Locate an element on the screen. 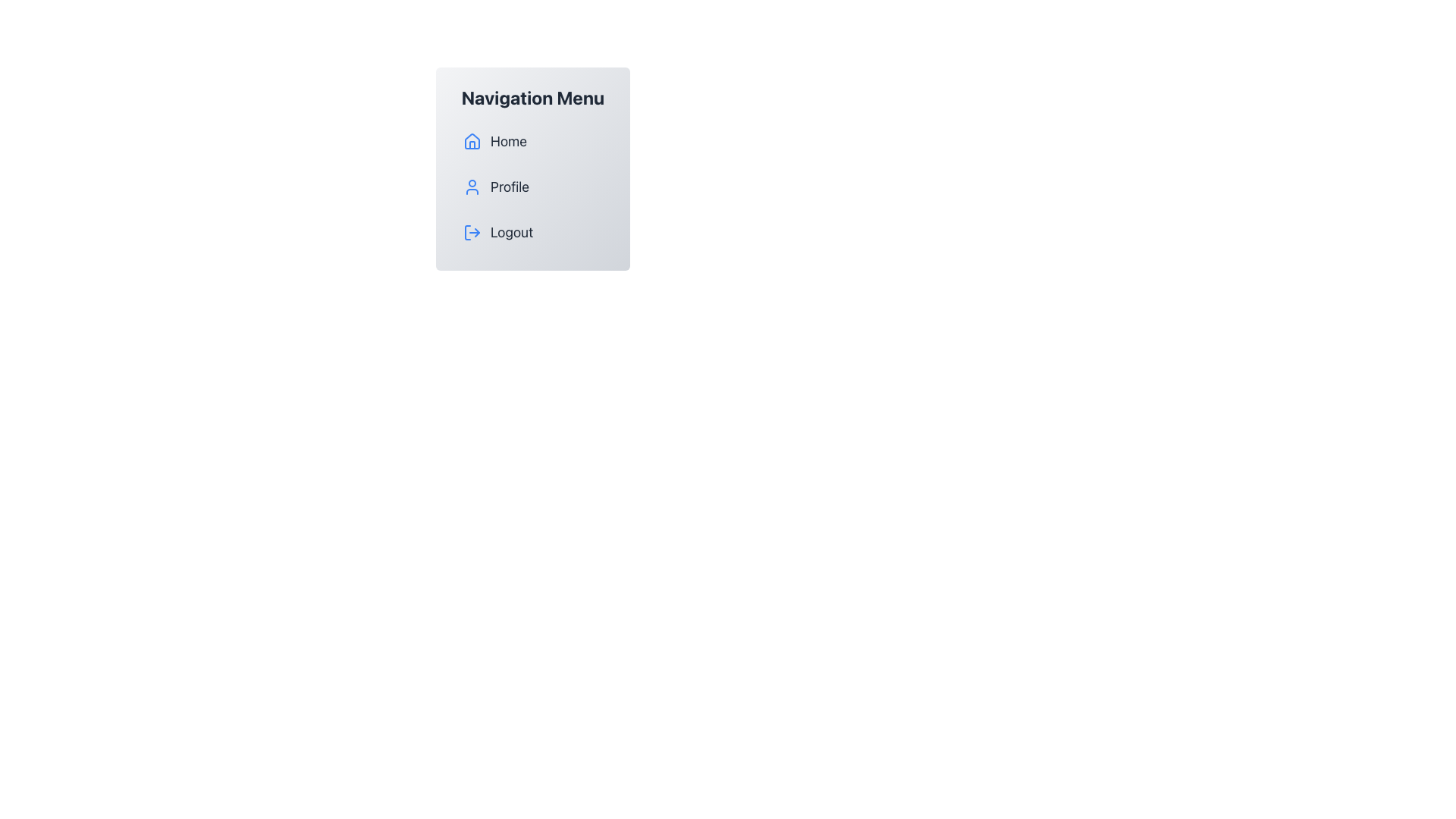 This screenshot has height=819, width=1456. the 'Navigation Menu' text label styled in bold, large font at the top of the menu card is located at coordinates (532, 97).